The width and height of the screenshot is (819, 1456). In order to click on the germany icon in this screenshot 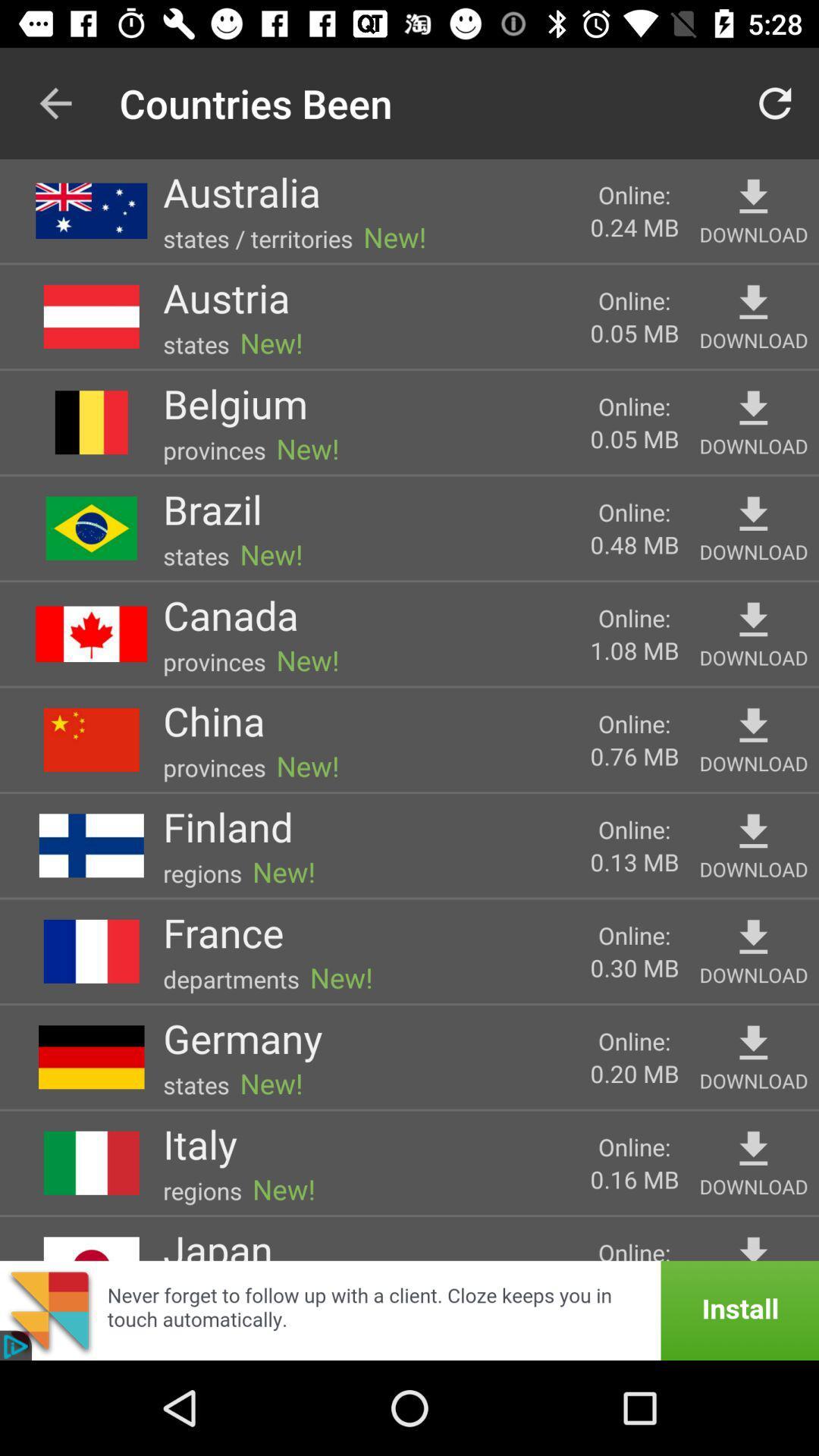, I will do `click(242, 1037)`.